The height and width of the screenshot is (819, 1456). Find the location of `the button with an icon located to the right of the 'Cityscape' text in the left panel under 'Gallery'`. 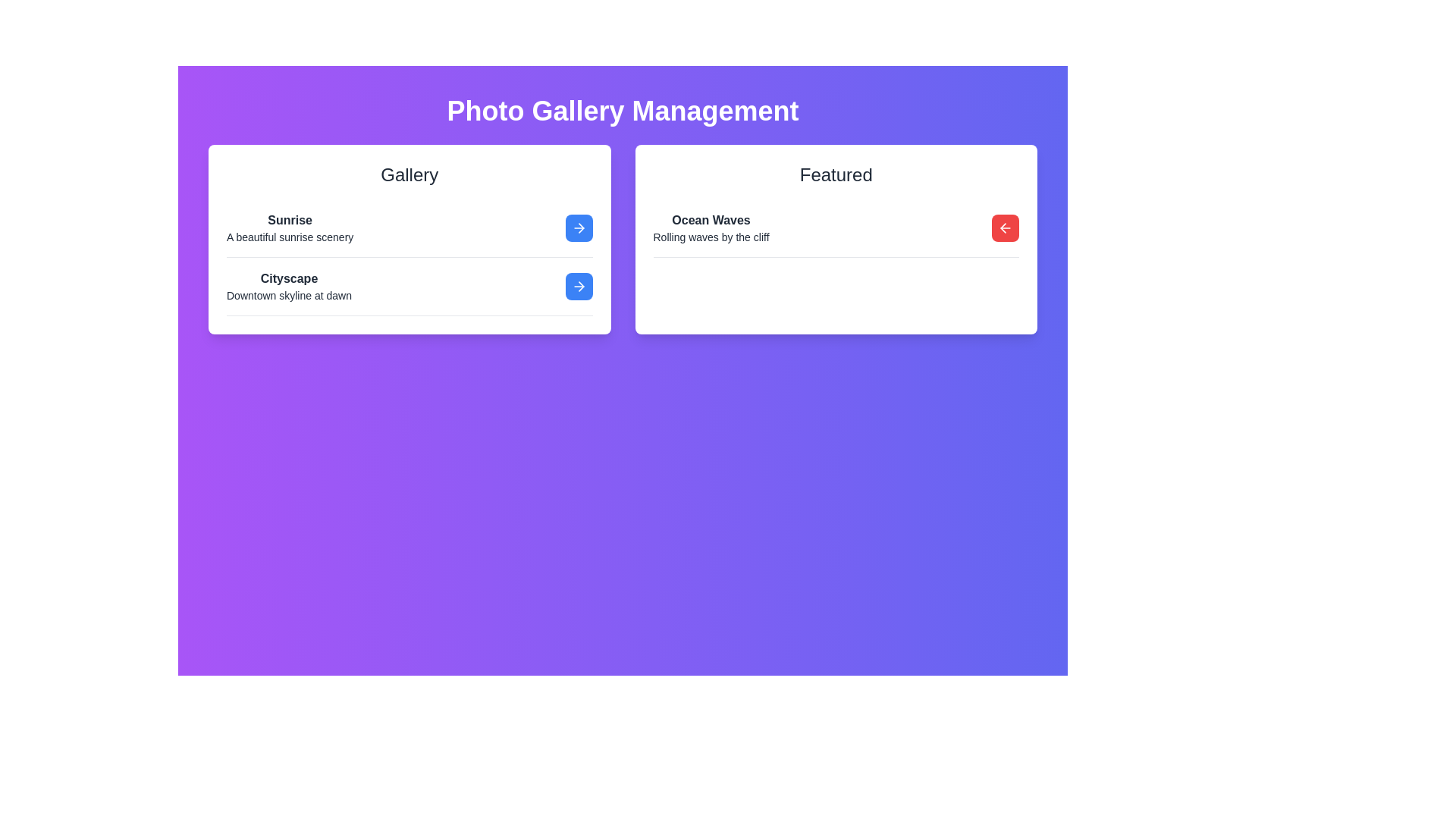

the button with an icon located to the right of the 'Cityscape' text in the left panel under 'Gallery' is located at coordinates (578, 227).